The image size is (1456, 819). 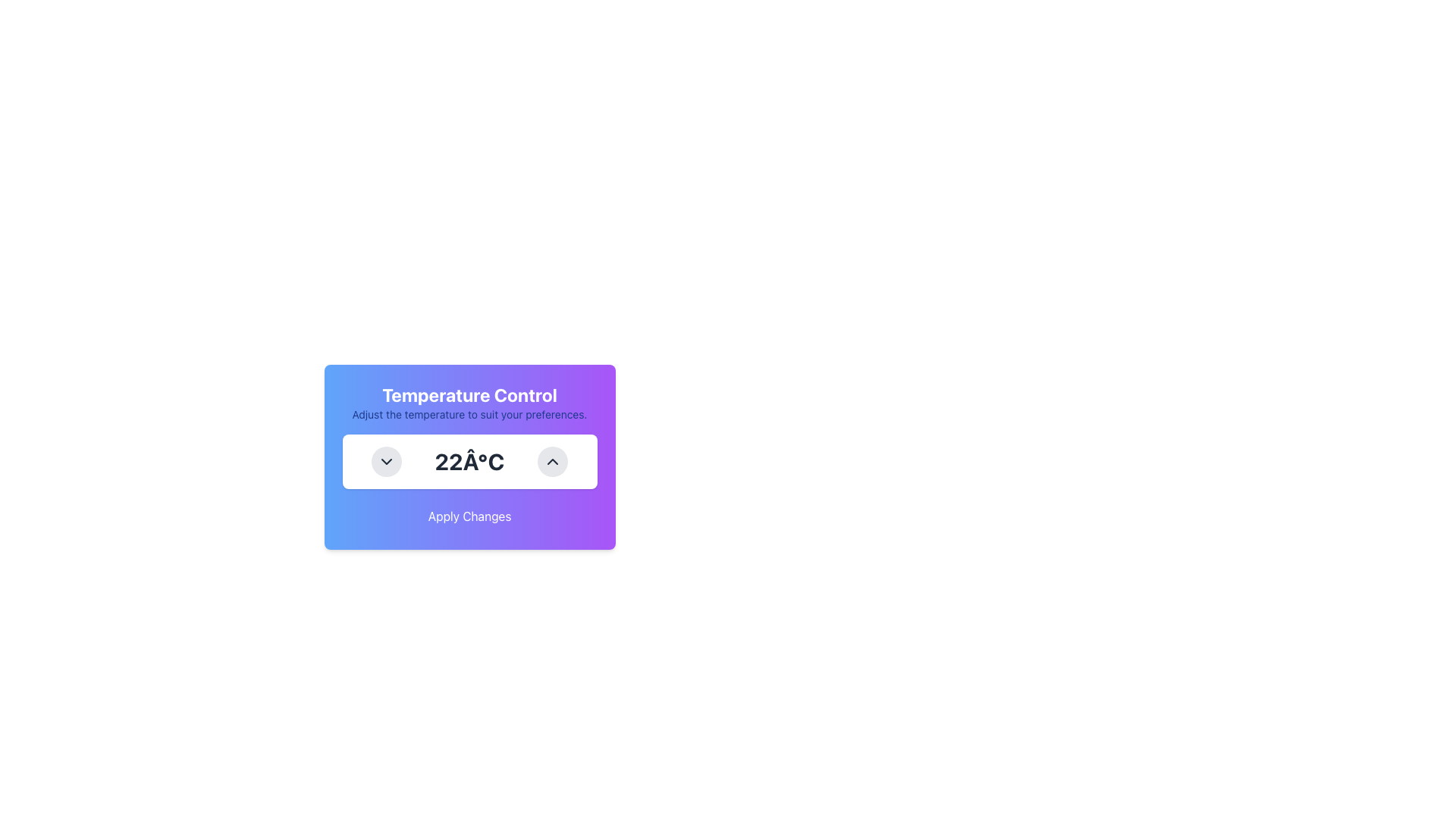 What do you see at coordinates (469, 461) in the screenshot?
I see `the static text element displaying '22°C', which is bold and large, located below the title 'Temperature Control' and above the 'Apply Changes' button` at bounding box center [469, 461].